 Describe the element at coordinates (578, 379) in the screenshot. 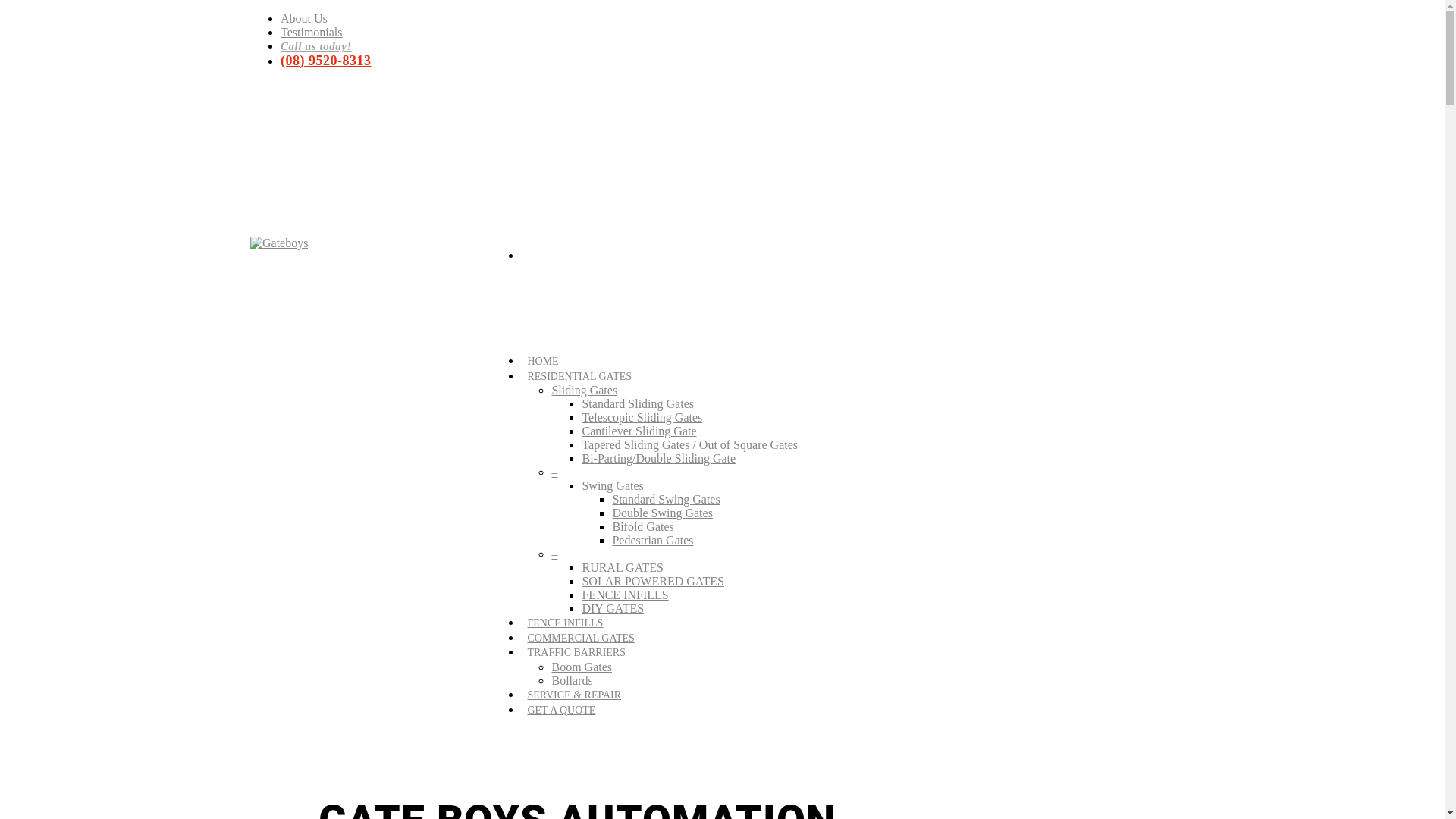

I see `'RESIDENTIAL GATES'` at that location.